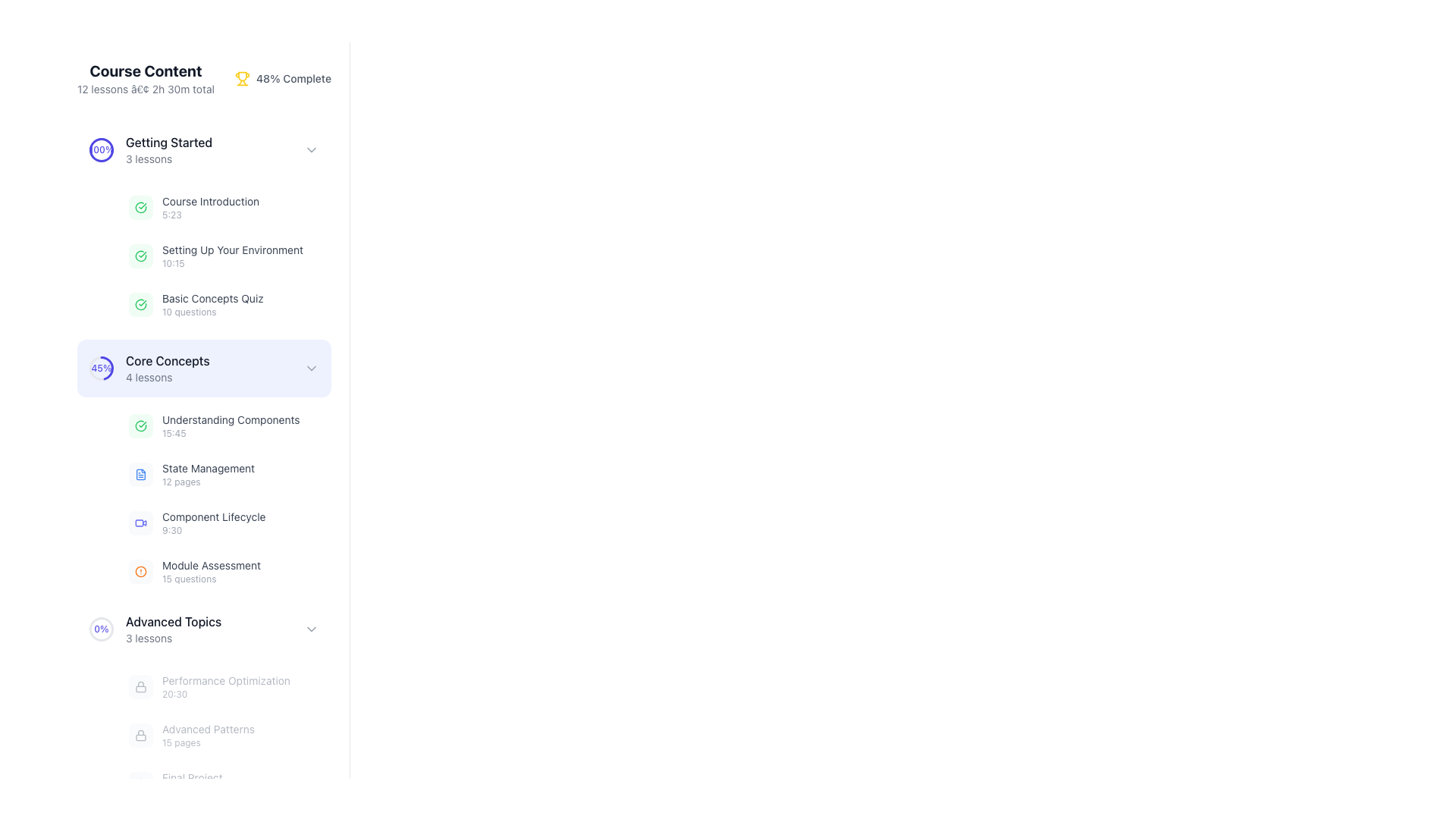 The image size is (1456, 819). Describe the element at coordinates (213, 426) in the screenshot. I see `the List item containing the text 'Understanding Components' with a green checkmark icon in the 'Core Concepts' section of the sidebar menu` at that location.